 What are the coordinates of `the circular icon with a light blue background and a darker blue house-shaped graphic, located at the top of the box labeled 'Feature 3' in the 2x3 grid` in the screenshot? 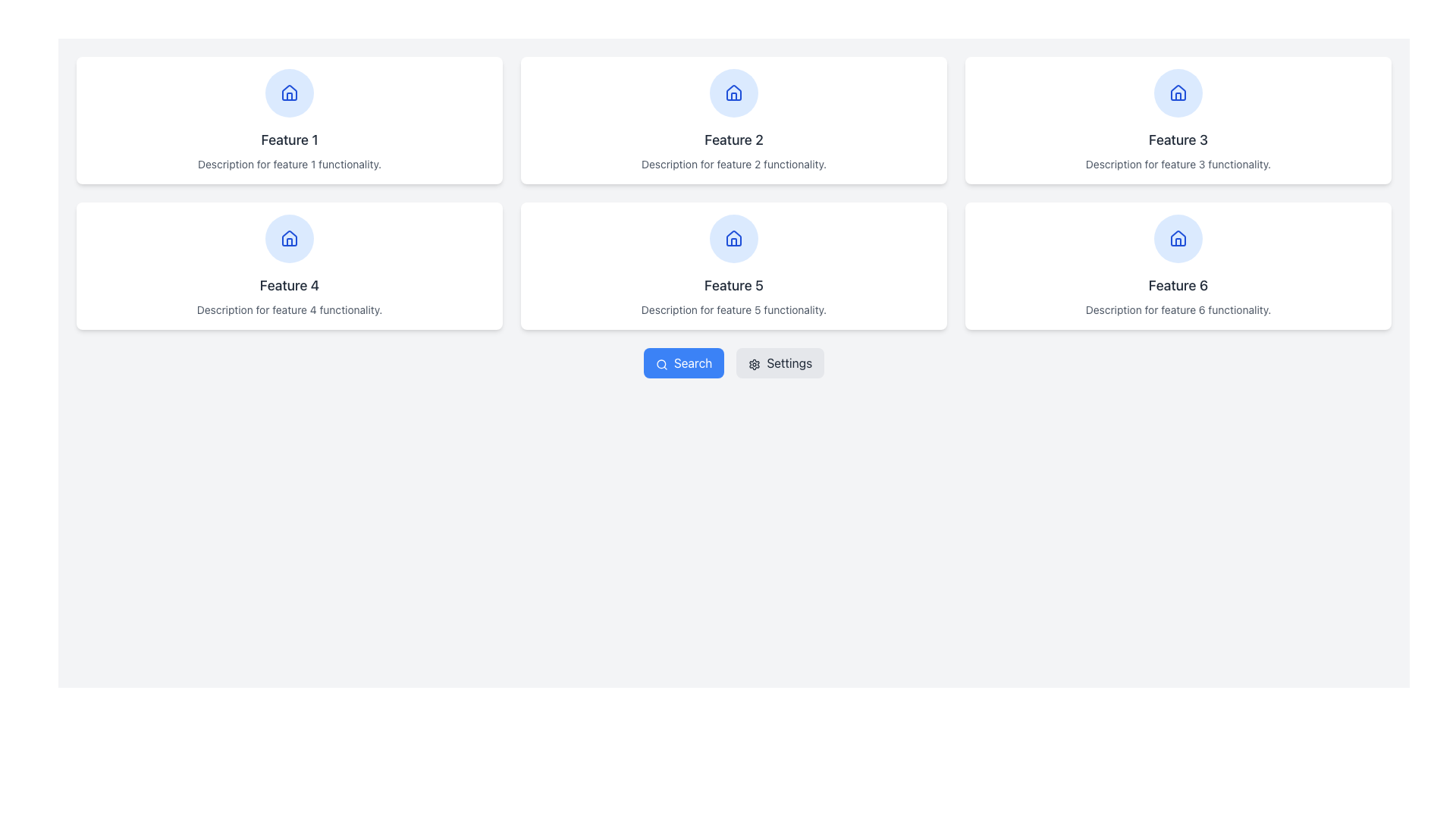 It's located at (1178, 93).